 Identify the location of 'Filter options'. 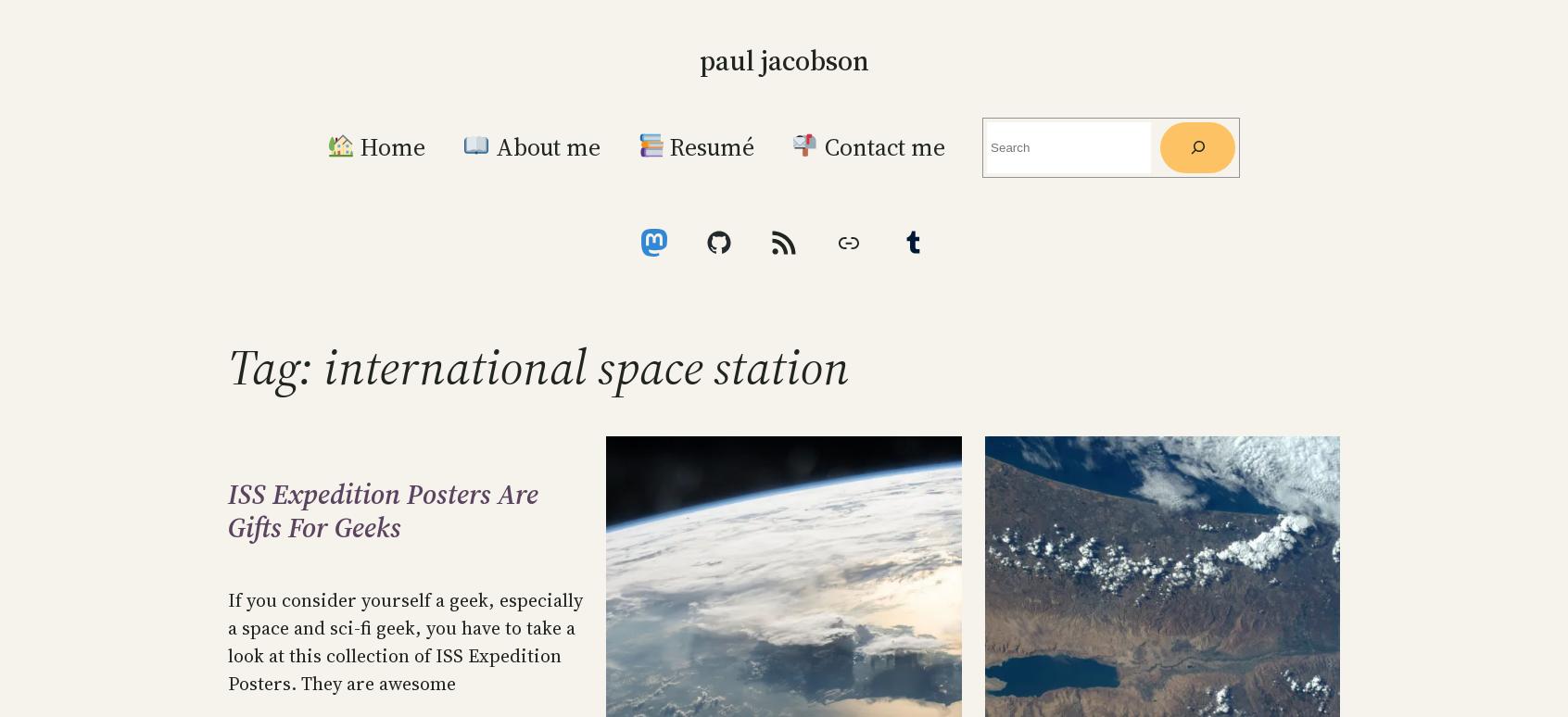
(1266, 121).